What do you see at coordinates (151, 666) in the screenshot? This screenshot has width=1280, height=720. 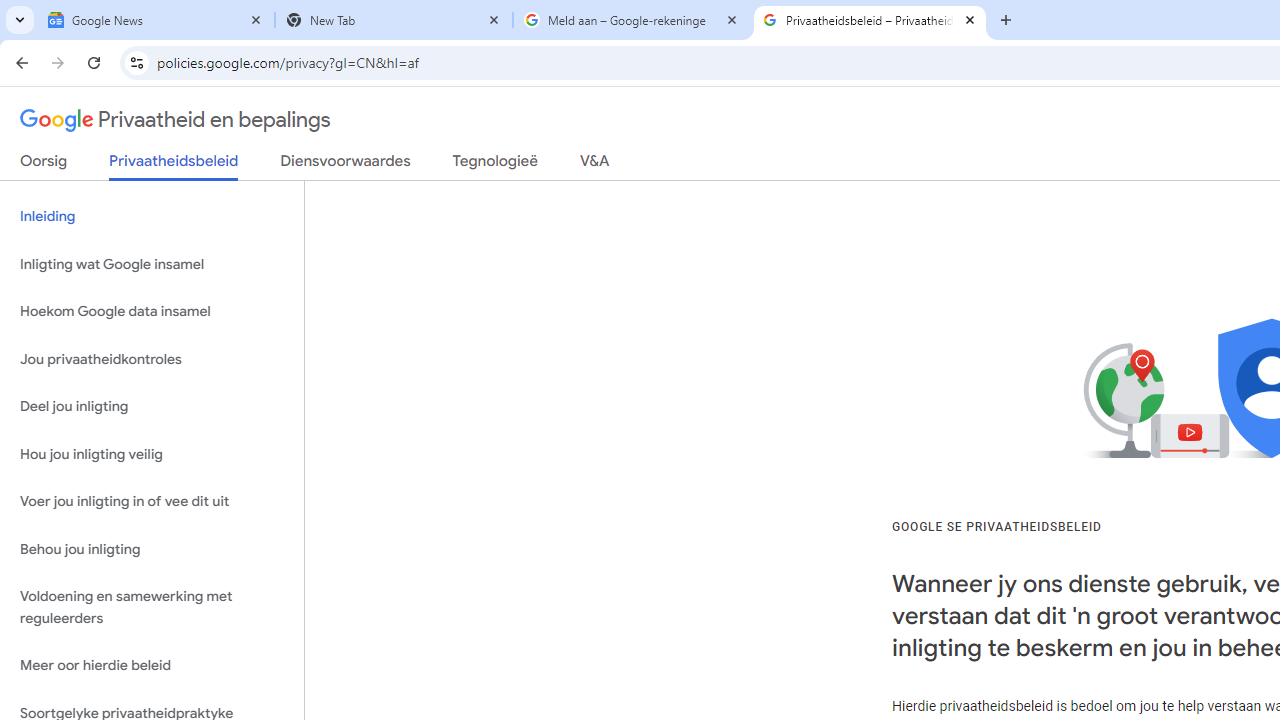 I see `'Meer oor hierdie beleid'` at bounding box center [151, 666].